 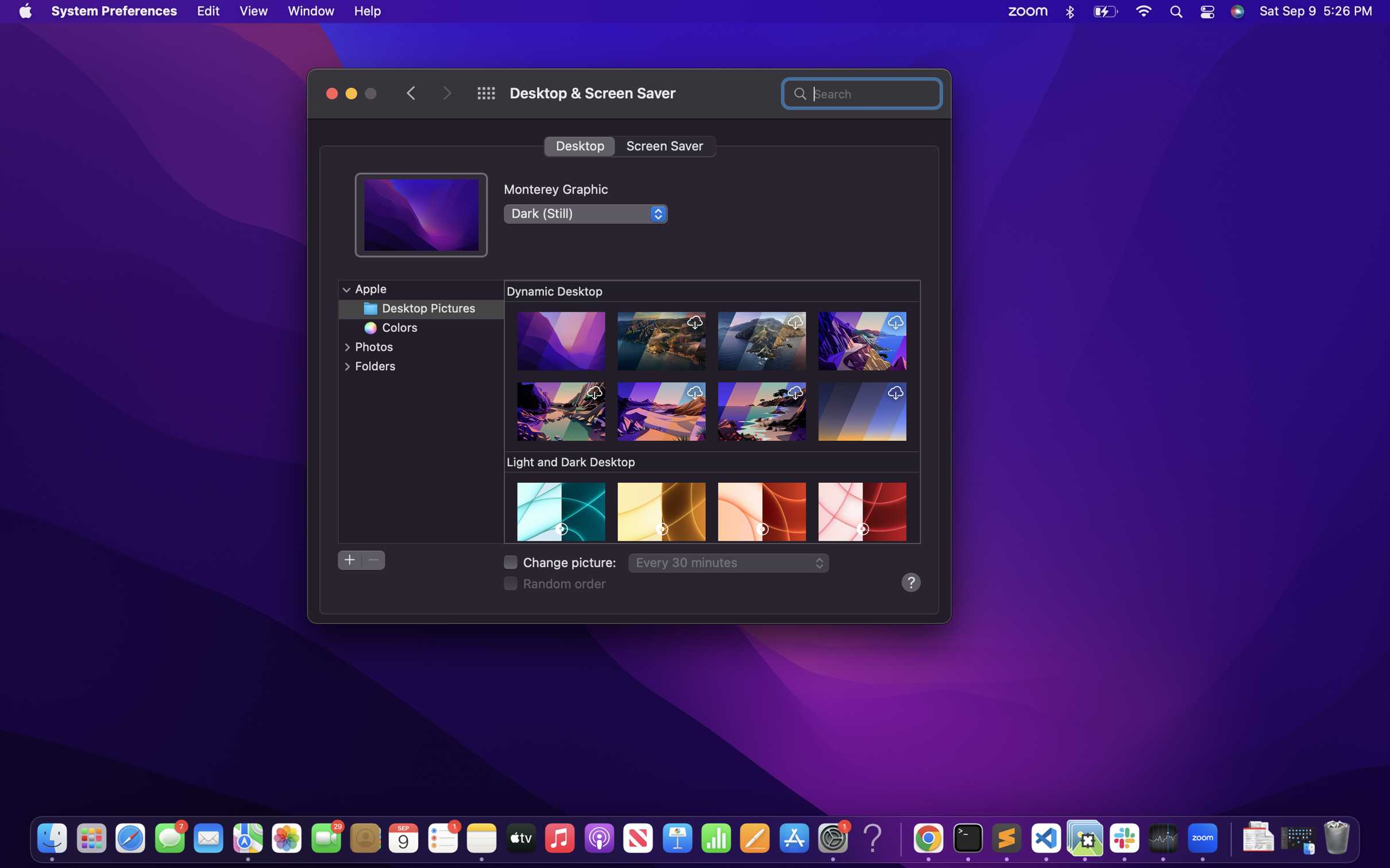 I want to click on the search area, so click(x=862, y=92).